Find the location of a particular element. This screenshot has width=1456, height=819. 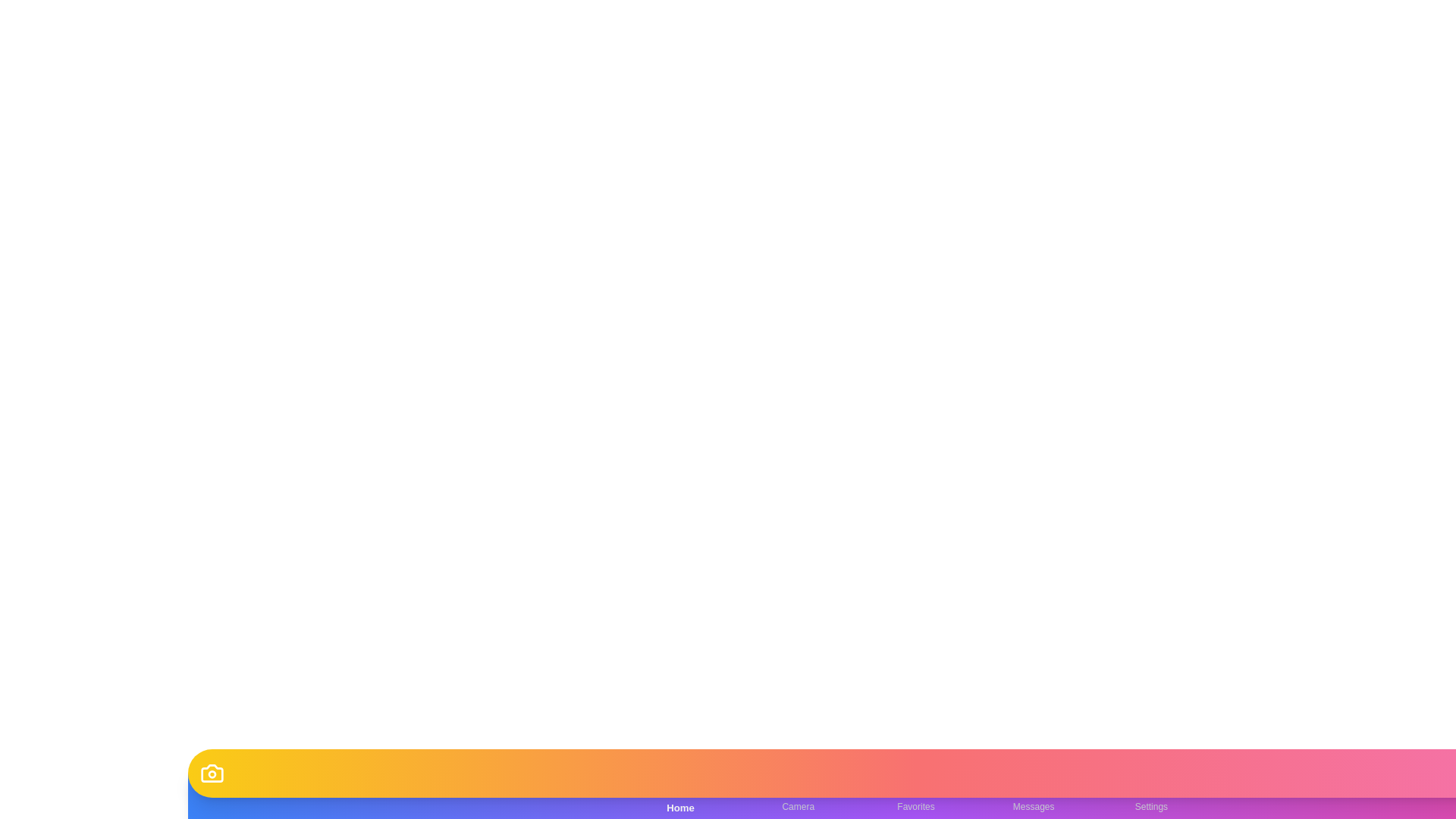

the Camera tab in the bottom navigation bar is located at coordinates (797, 795).